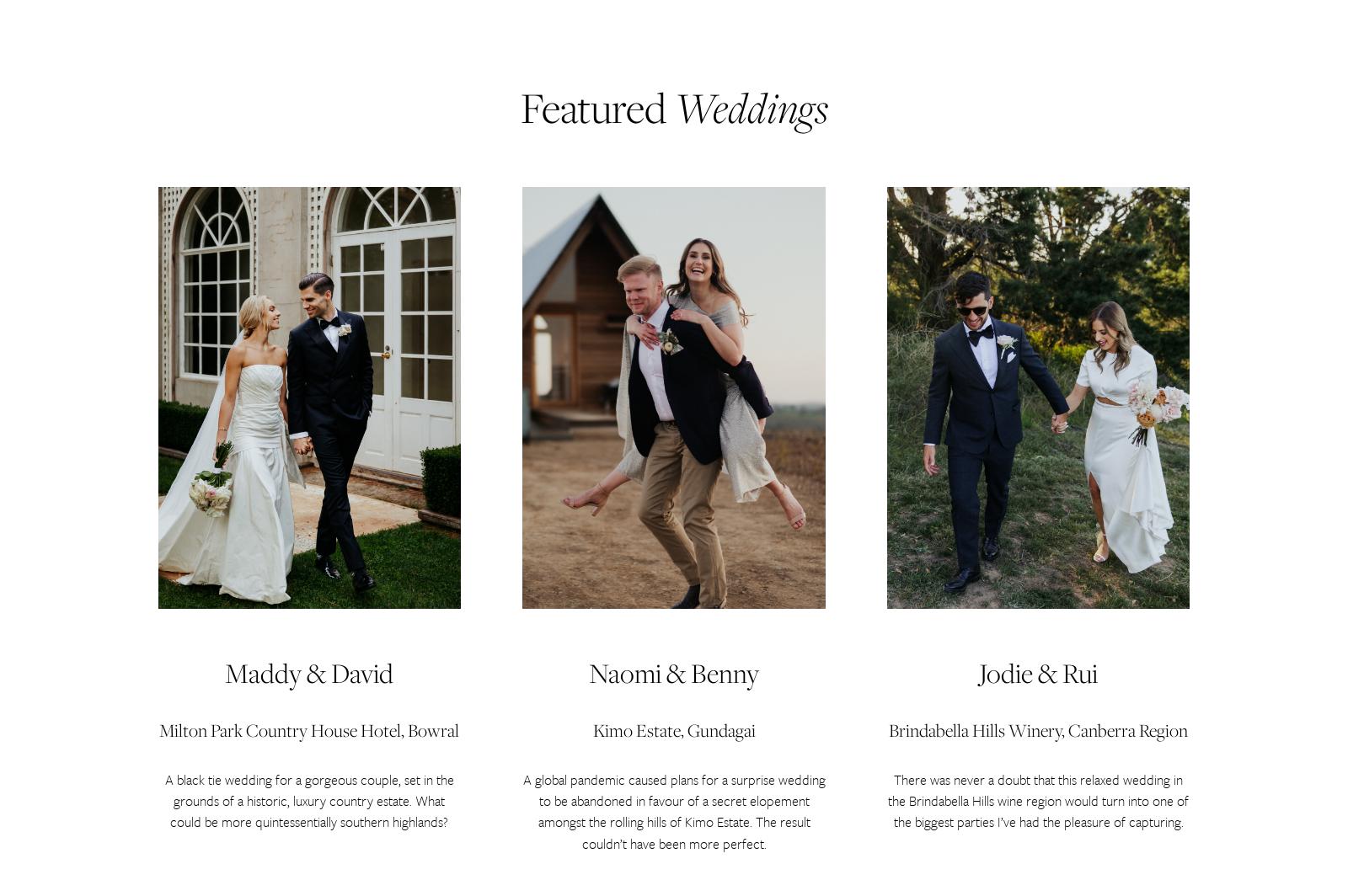 The image size is (1348, 896). I want to click on 'Jodie & Rui', so click(978, 672).